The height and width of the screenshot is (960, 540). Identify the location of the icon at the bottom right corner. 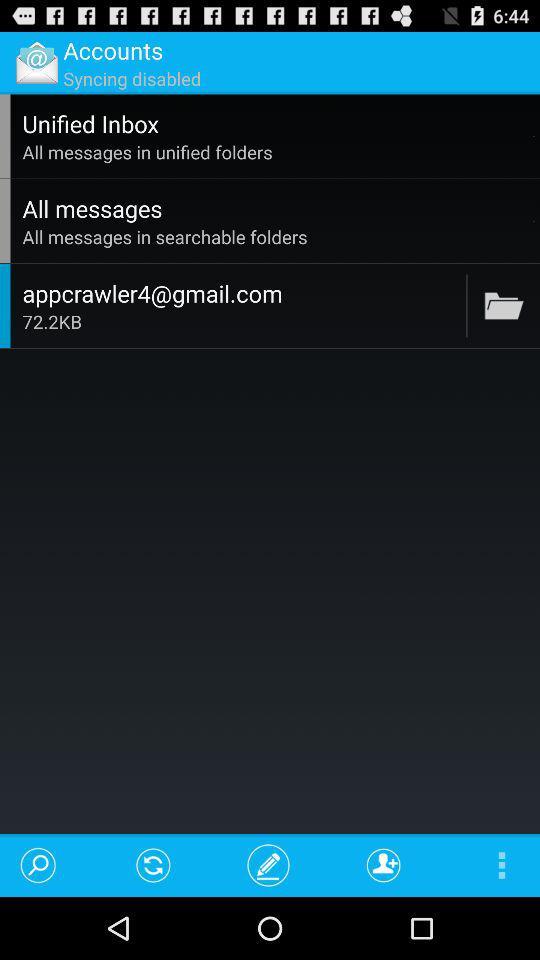
(490, 864).